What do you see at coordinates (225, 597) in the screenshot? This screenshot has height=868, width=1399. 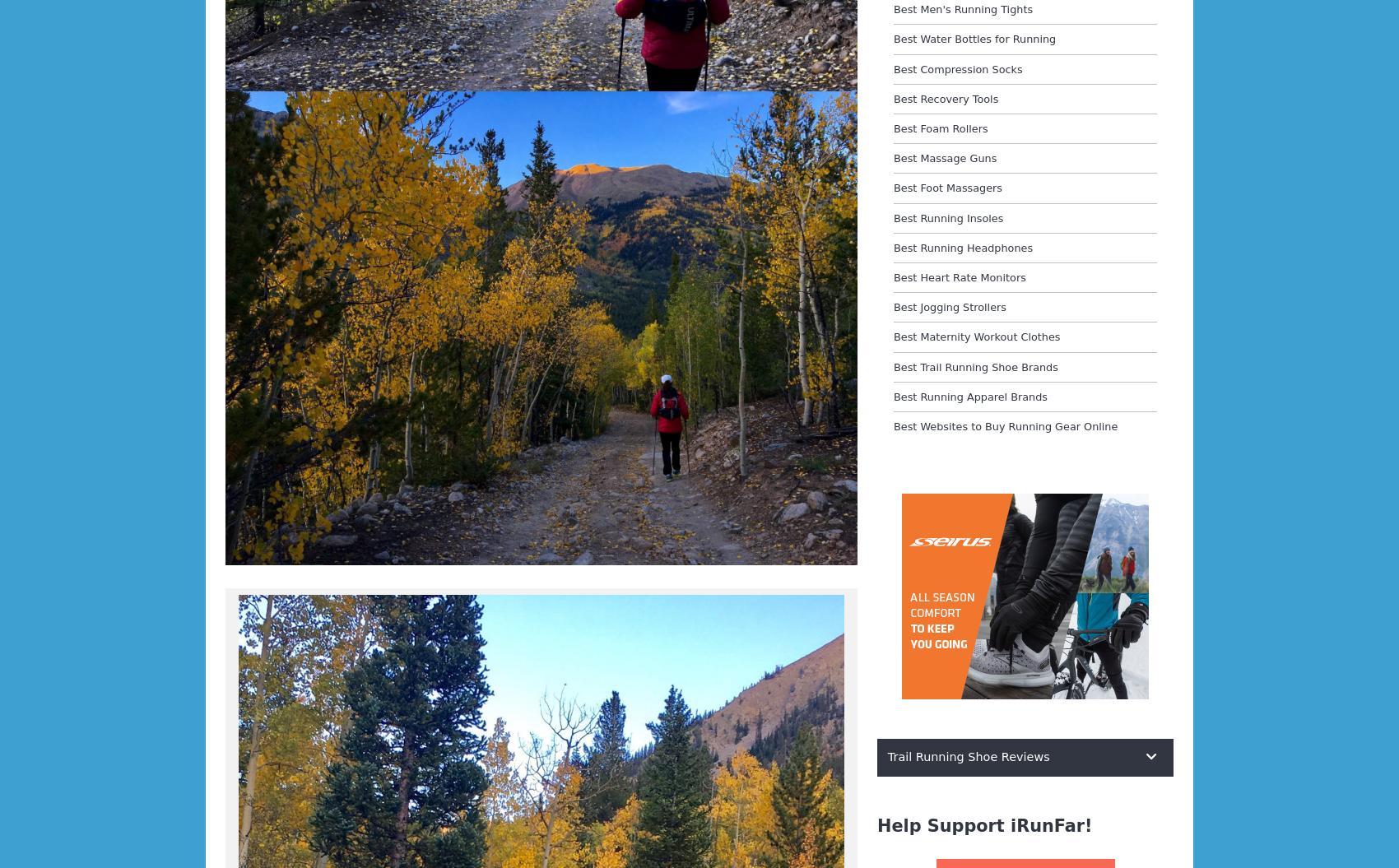 I see `'Around 8:30 a.m., Meghan let a friend know that she was descending a cold and slick Harvard with Nick. She’s had all her clothes on and was eating, but it’s darn tough going out there with the thousands of feet of slick descent being rough. From the warmth of a coffee shop, it sounds like it was a pretty miserable night out there.'` at bounding box center [225, 597].